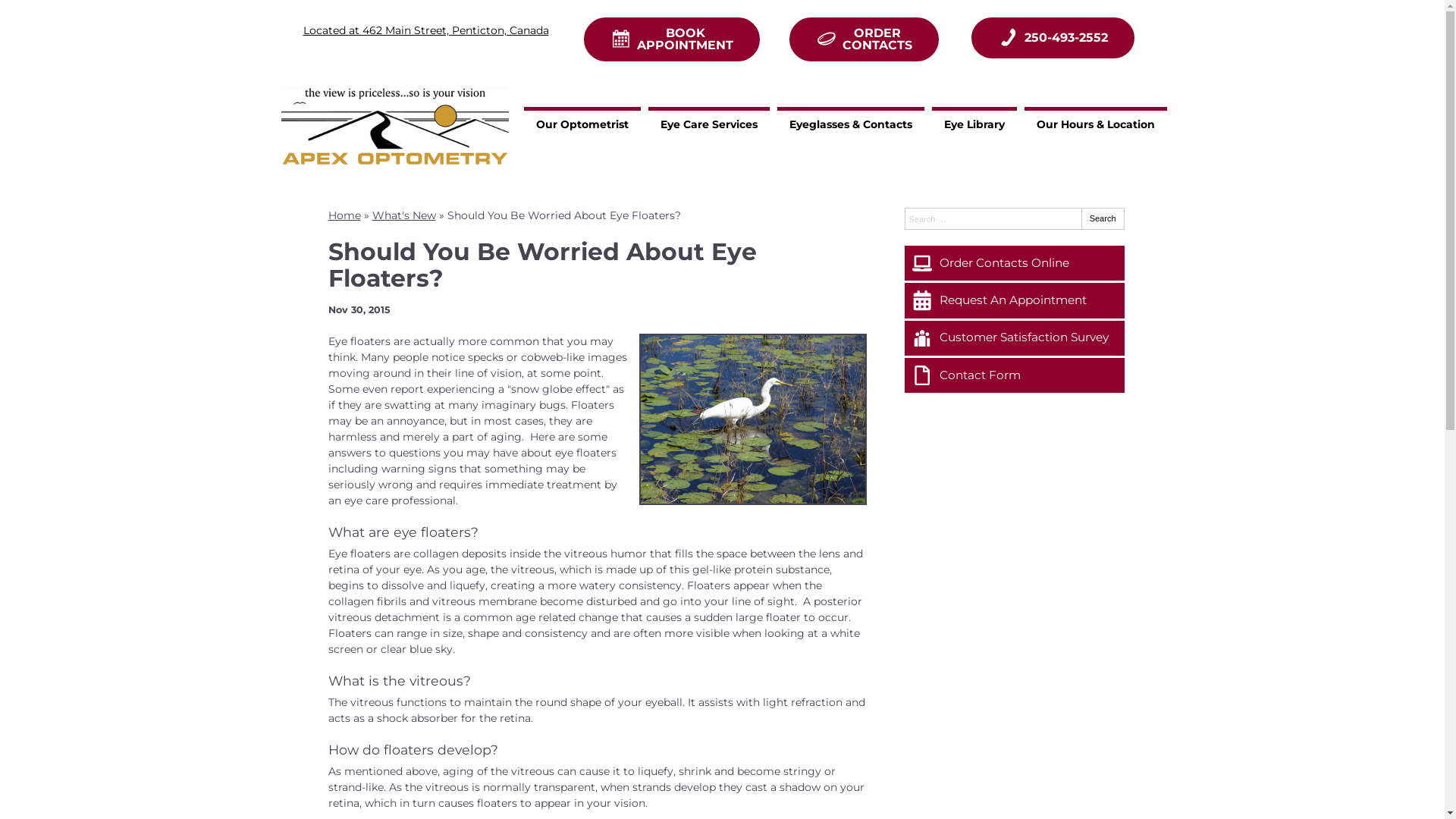 The width and height of the screenshot is (1456, 819). What do you see at coordinates (581, 38) in the screenshot?
I see `'BOOK APPOINTMENT'` at bounding box center [581, 38].